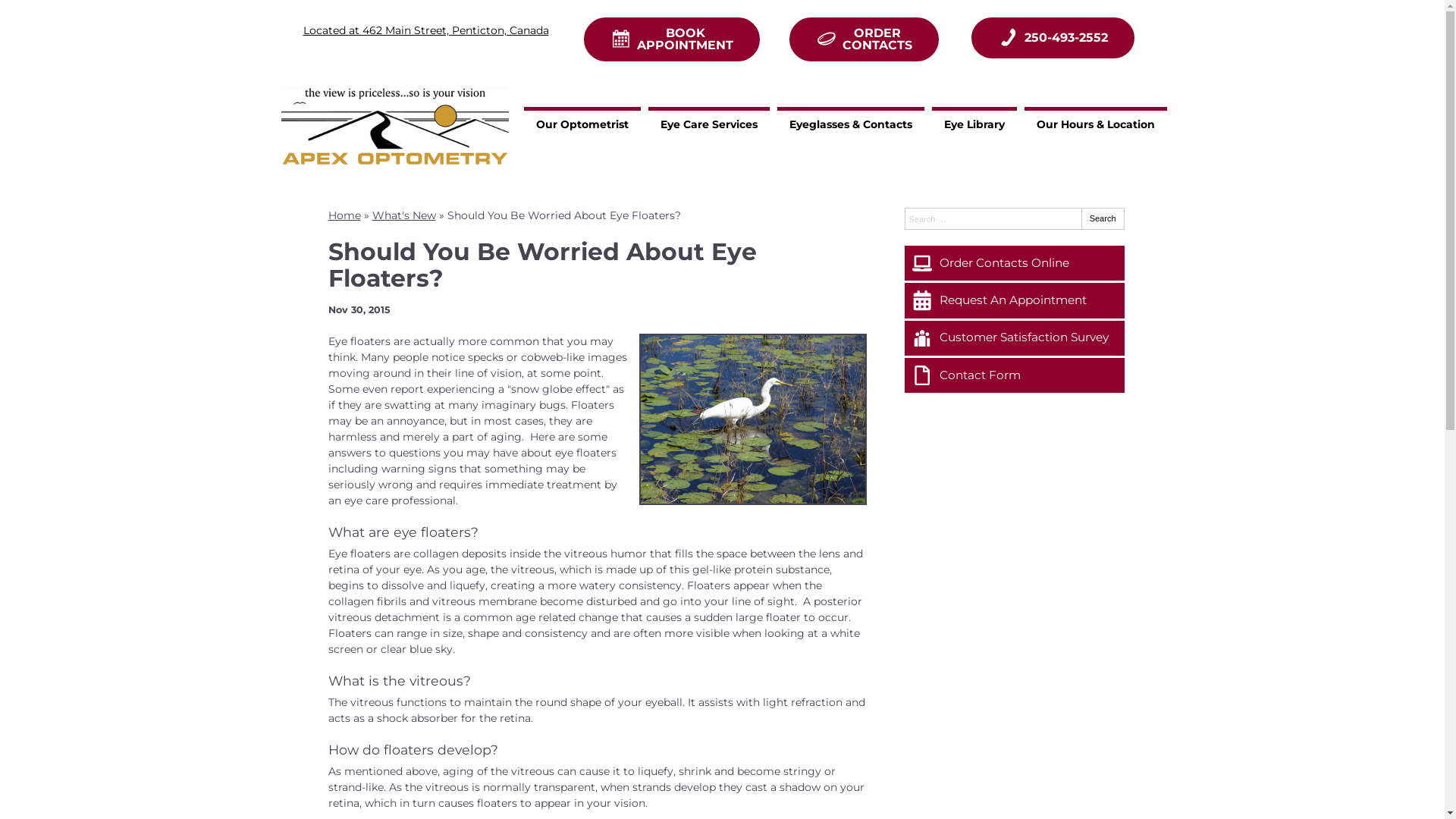 The width and height of the screenshot is (1456, 819). What do you see at coordinates (581, 38) in the screenshot?
I see `'BOOK APPOINTMENT'` at bounding box center [581, 38].